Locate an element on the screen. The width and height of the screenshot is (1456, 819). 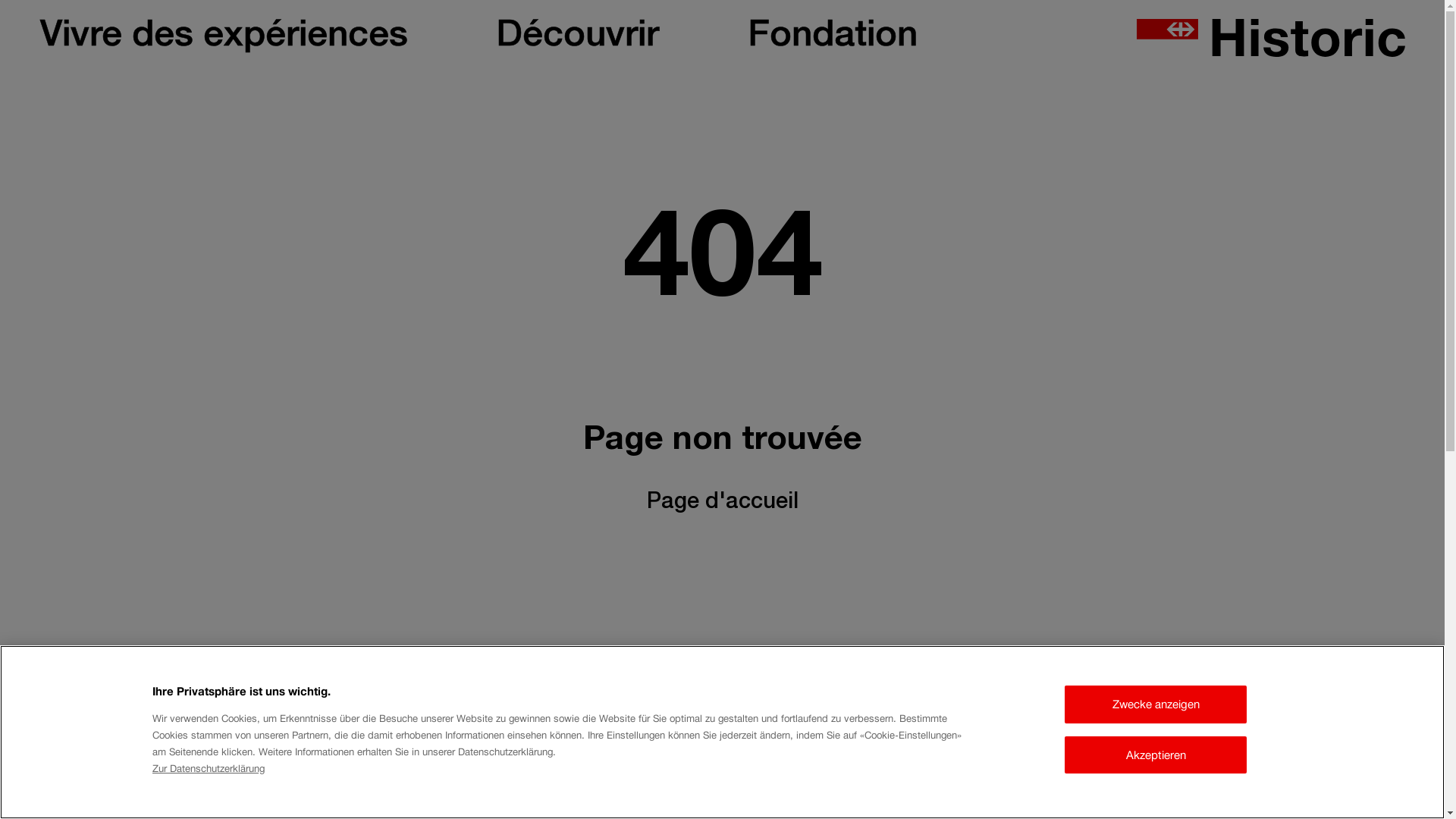
'Zwecke anzeigen' is located at coordinates (1063, 704).